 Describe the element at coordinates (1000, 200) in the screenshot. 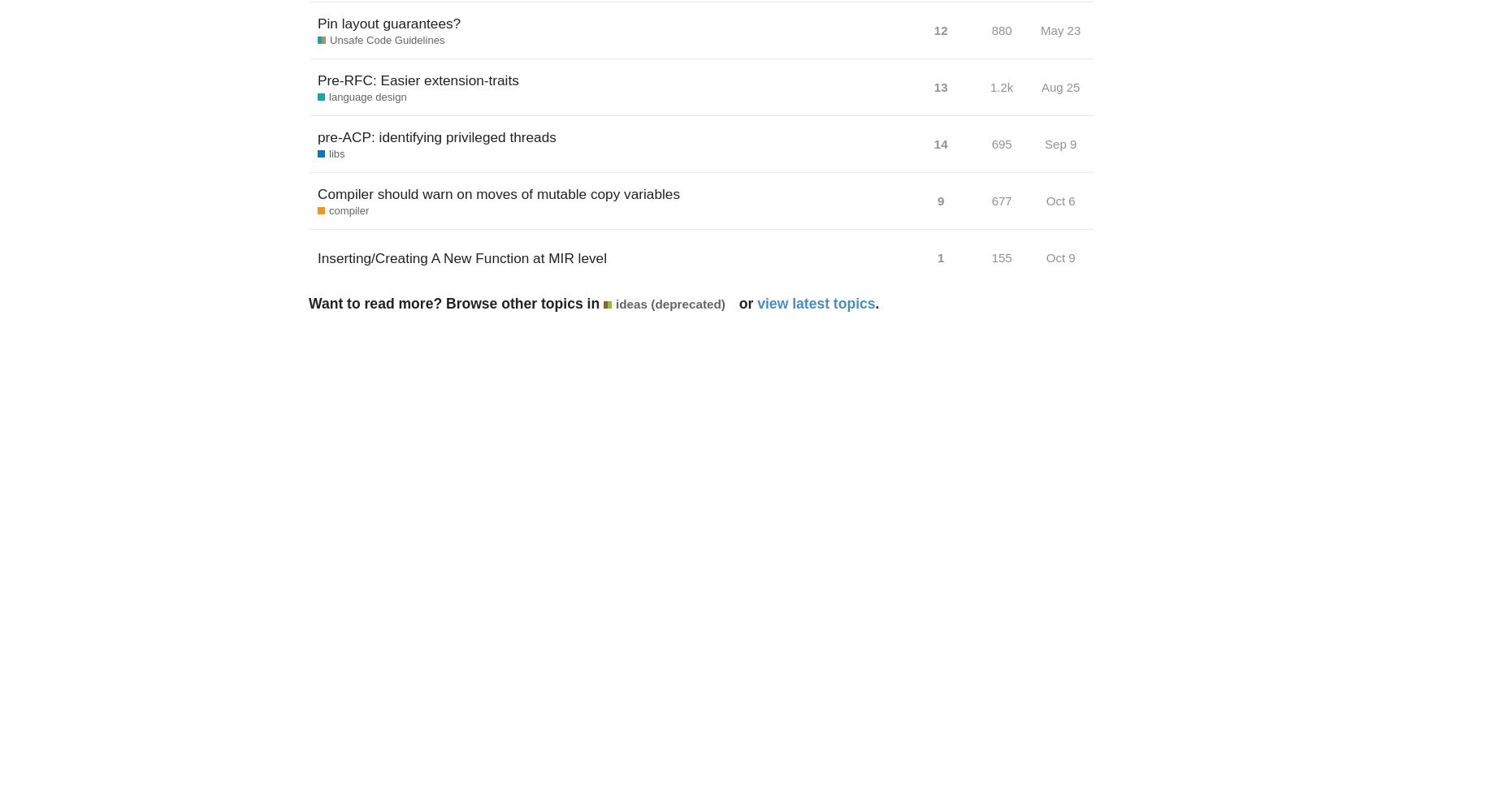

I see `'677'` at that location.